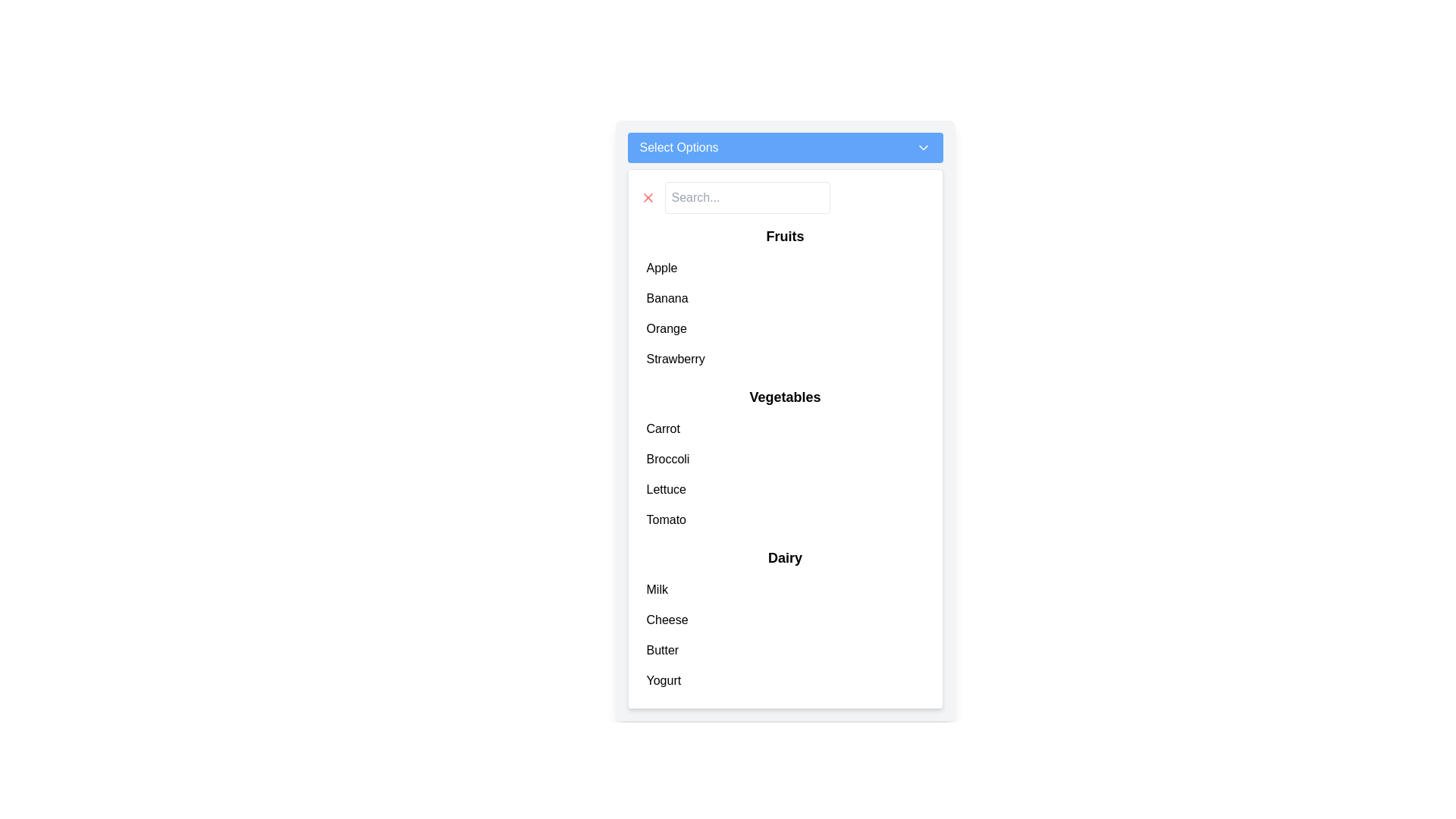 The width and height of the screenshot is (1456, 819). Describe the element at coordinates (678, 148) in the screenshot. I see `the text label located near the top-left corner of the blue rectangular region, which serves as a title for a dropdown menu` at that location.